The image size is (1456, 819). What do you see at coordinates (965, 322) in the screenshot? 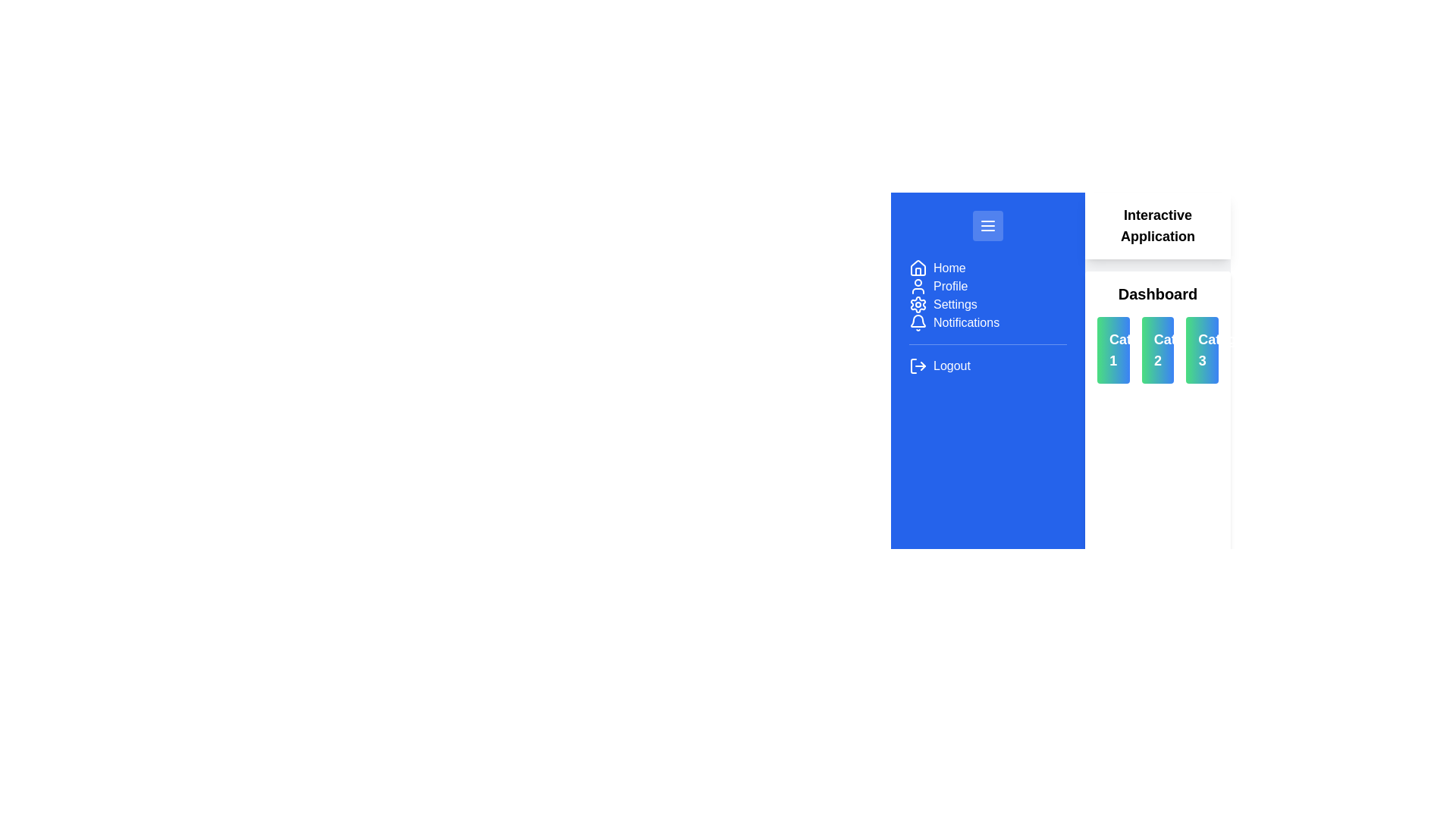
I see `the 'Notifications' text label within the navigation menu` at bounding box center [965, 322].